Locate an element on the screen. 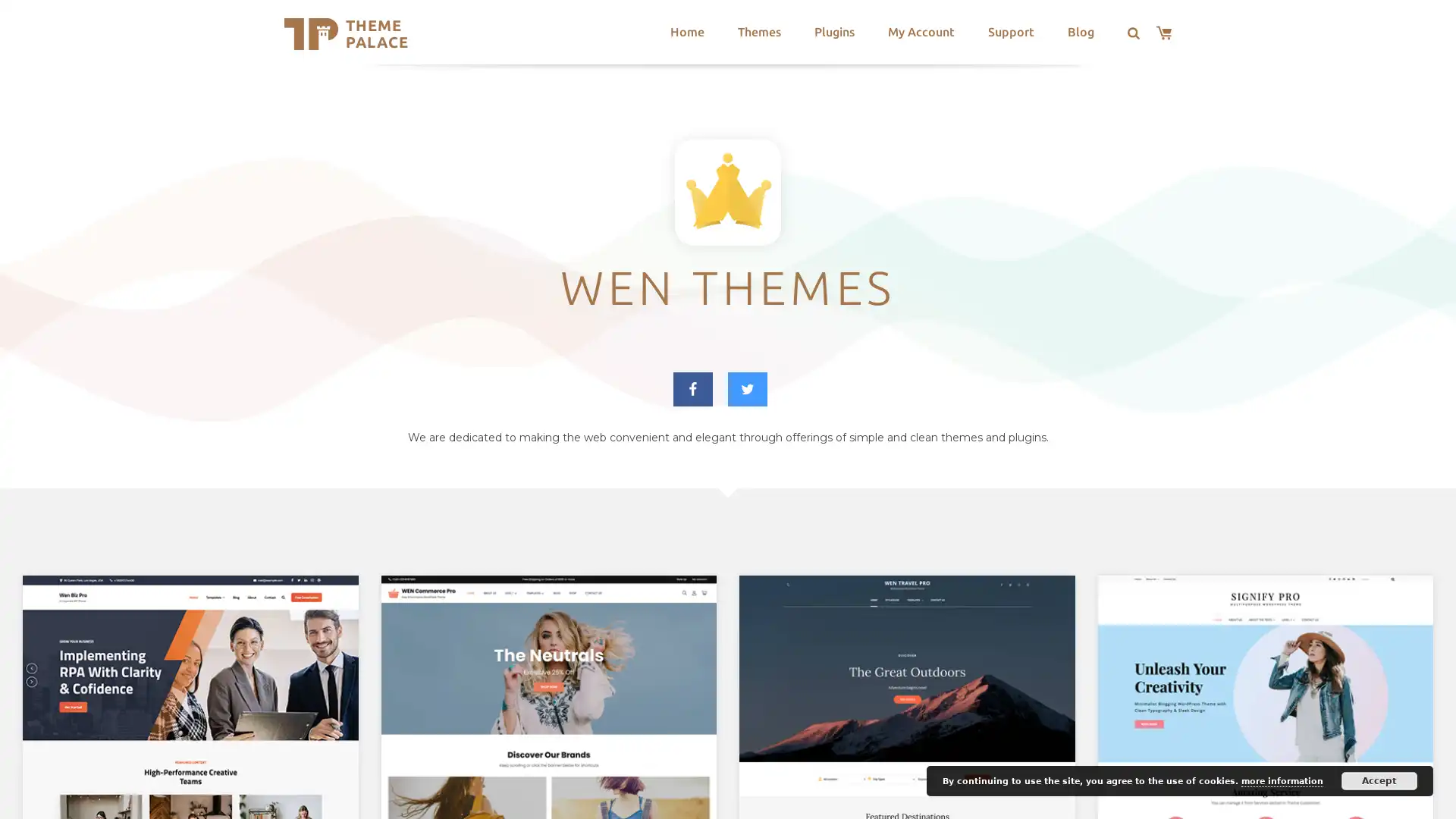 This screenshot has height=819, width=1456. Search is located at coordinates (468, 34).